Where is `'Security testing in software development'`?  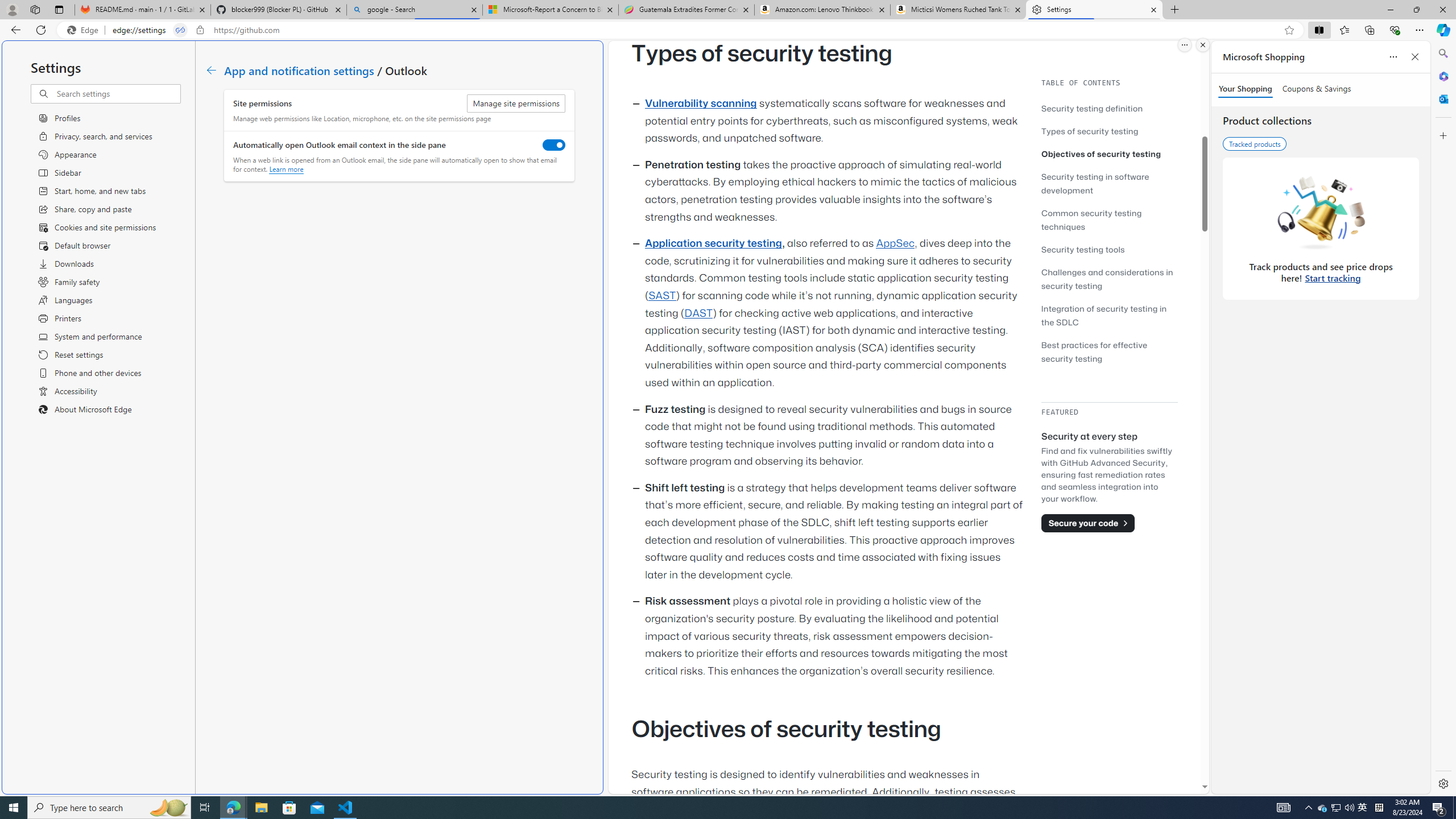 'Security testing in software development' is located at coordinates (1108, 183).